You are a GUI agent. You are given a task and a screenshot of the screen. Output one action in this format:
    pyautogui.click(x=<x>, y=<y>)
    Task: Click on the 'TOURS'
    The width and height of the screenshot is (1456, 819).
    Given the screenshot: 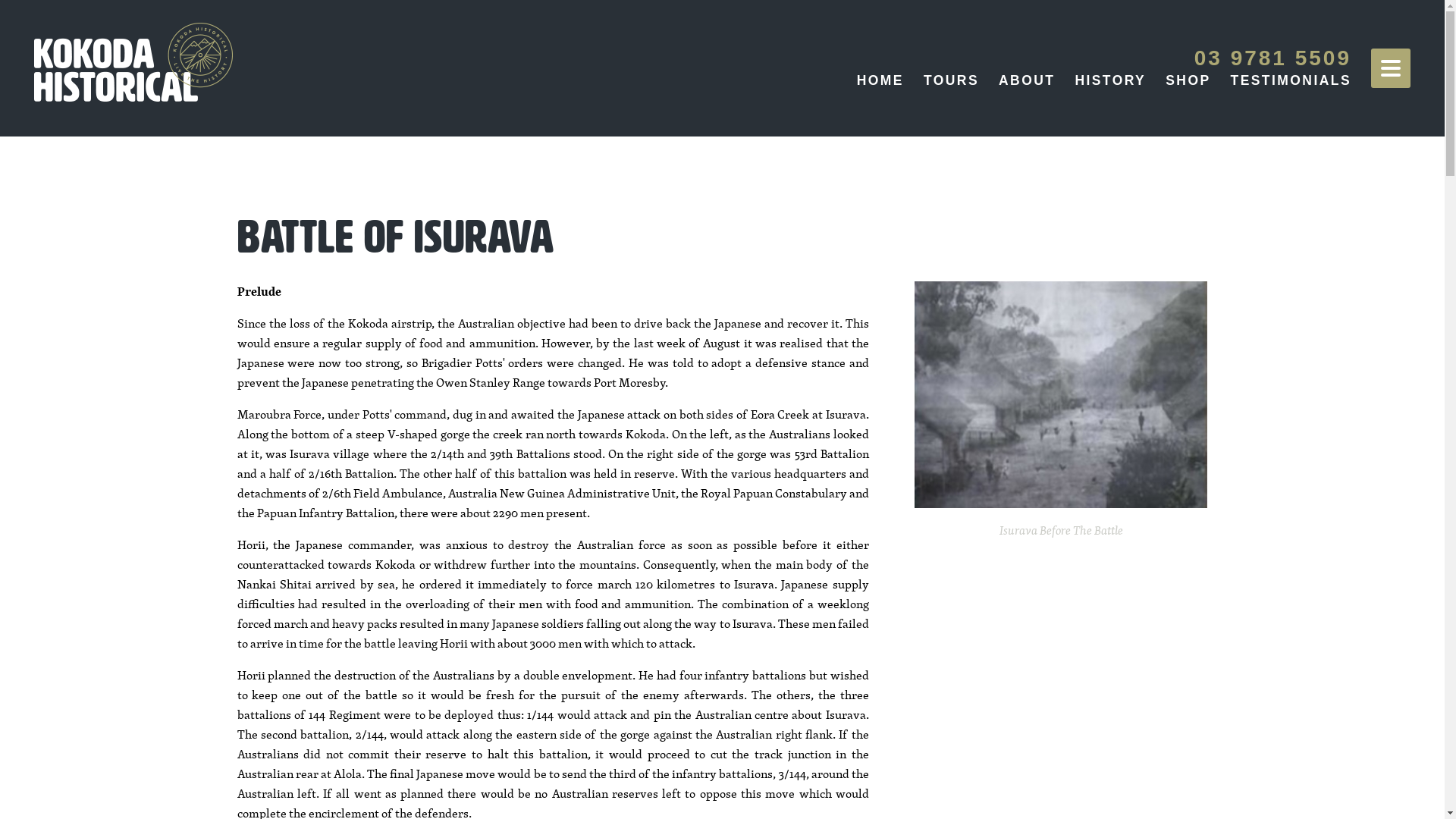 What is the action you would take?
    pyautogui.click(x=923, y=80)
    